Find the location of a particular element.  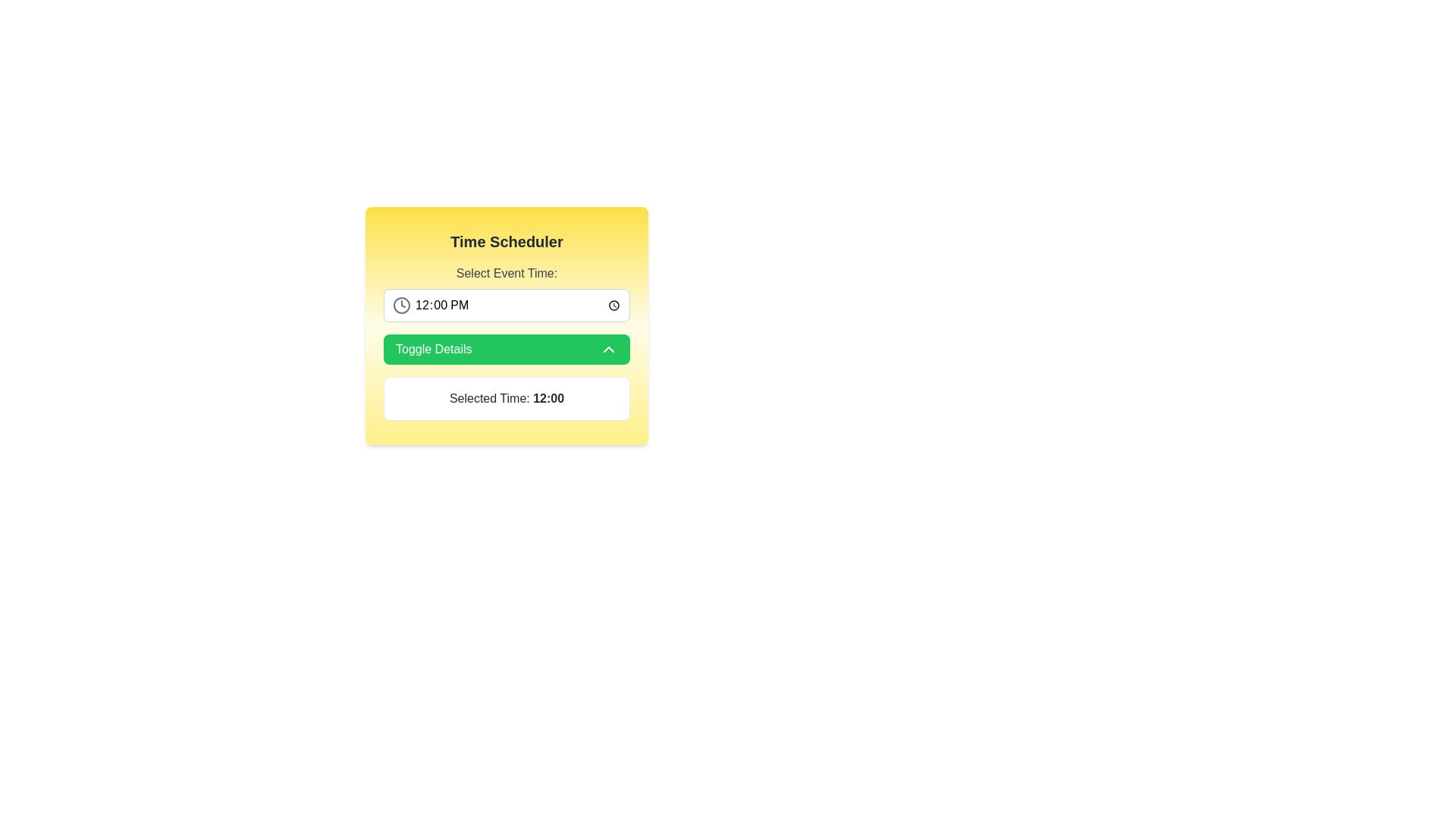

the small chevron up icon with a green background and white lines, part of the 'Toggle Details' button, located at the right end of the button is located at coordinates (608, 350).